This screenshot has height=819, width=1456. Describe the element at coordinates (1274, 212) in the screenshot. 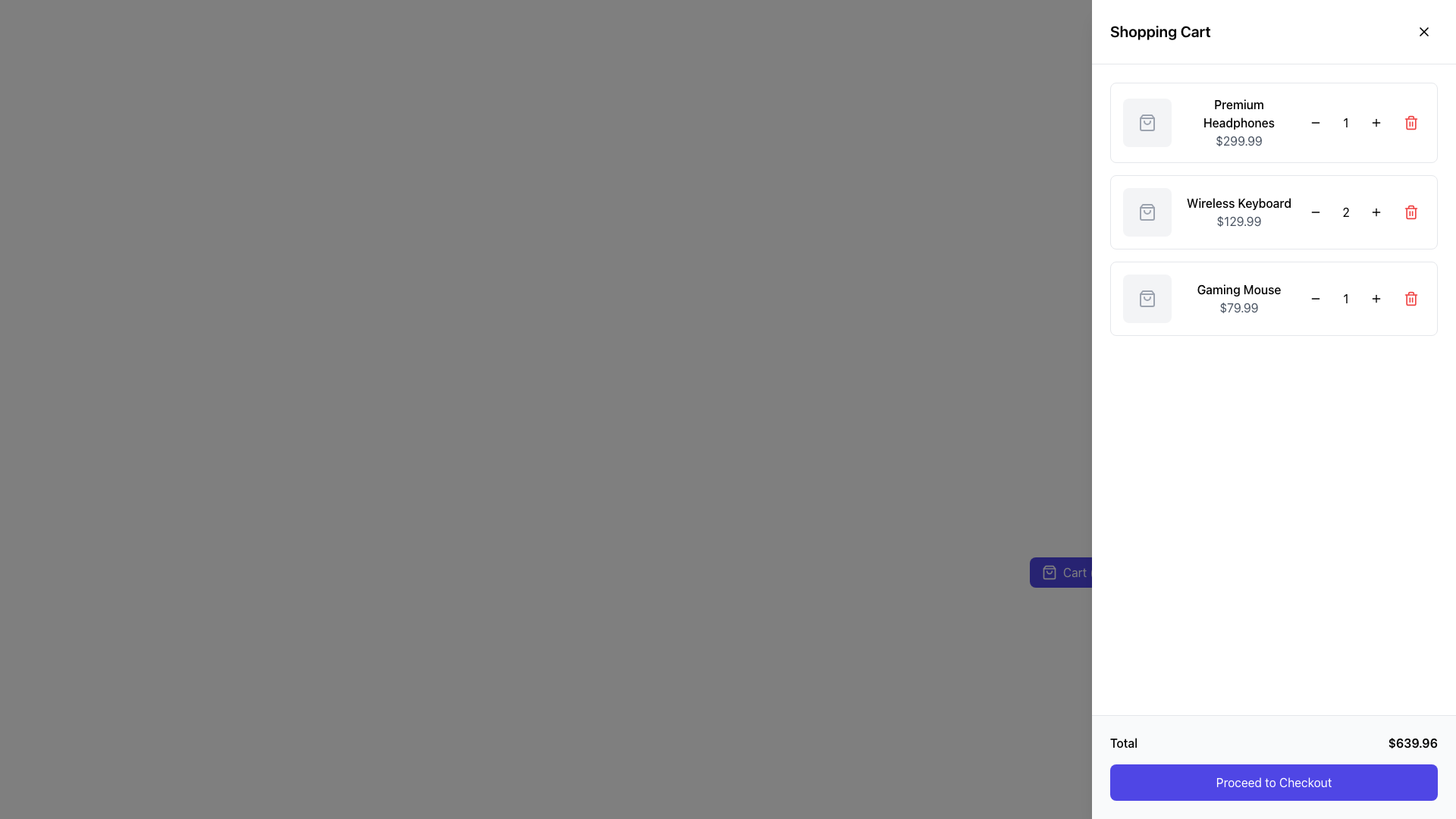

I see `the second product list card in the shopping cart interface, which displays 'Wireless Keyboard' and includes quantity adjustment buttons and a trash icon` at that location.